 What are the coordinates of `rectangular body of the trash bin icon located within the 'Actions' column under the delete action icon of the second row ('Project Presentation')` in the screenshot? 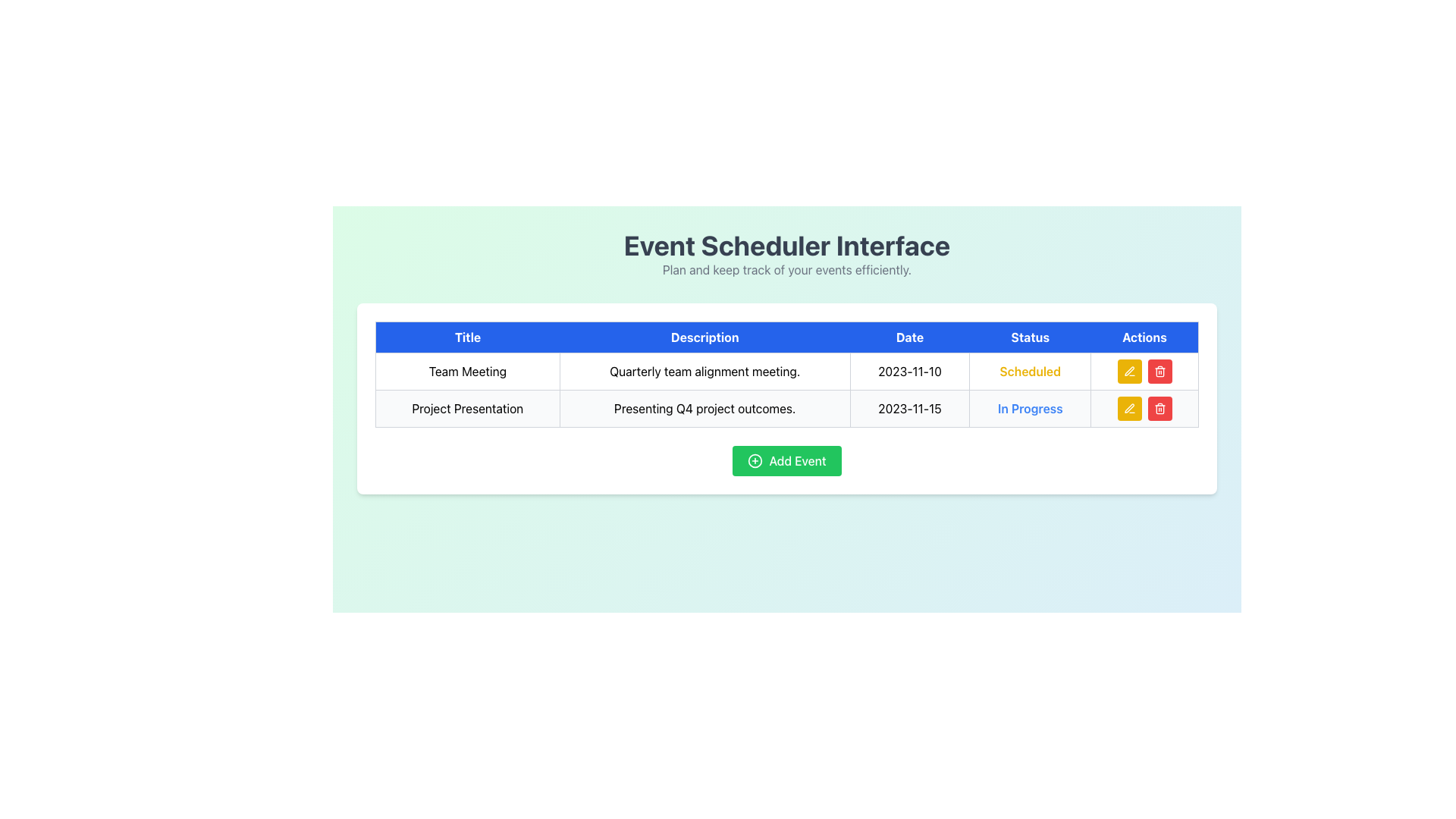 It's located at (1159, 409).